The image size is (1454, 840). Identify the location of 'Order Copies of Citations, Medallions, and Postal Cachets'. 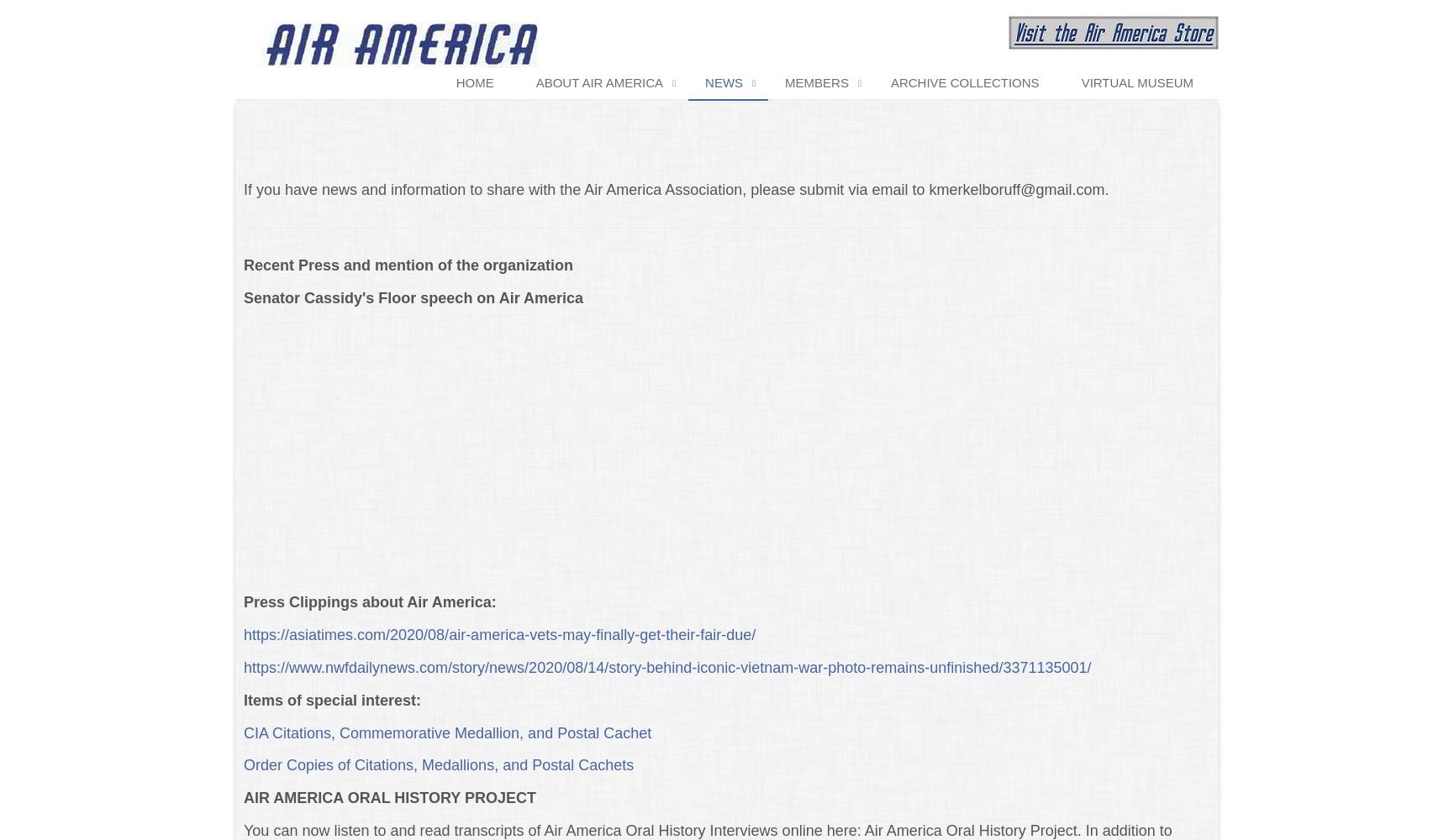
(437, 765).